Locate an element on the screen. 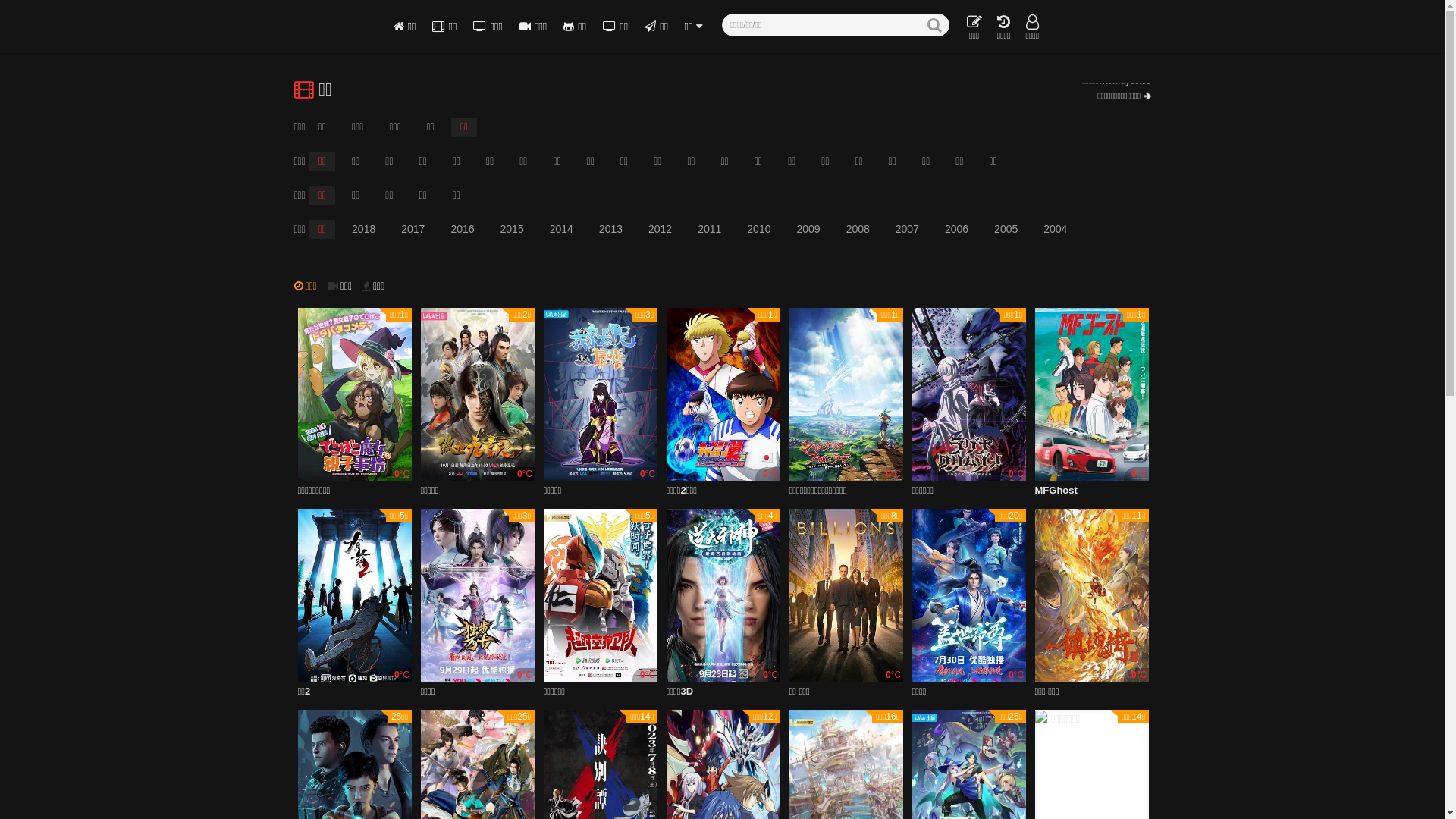 The image size is (1456, 819). '2008' is located at coordinates (858, 229).